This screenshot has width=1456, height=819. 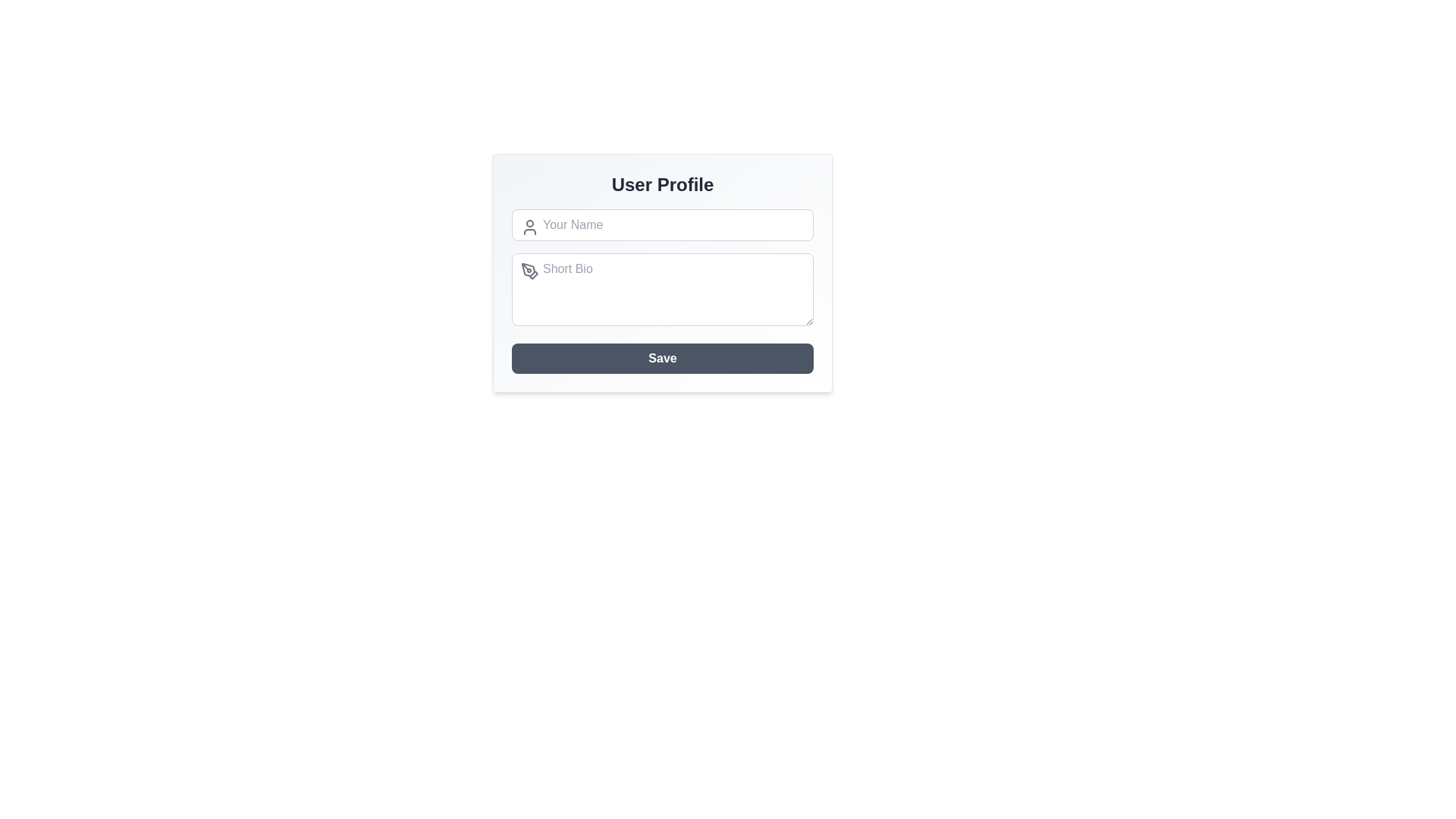 What do you see at coordinates (534, 275) in the screenshot?
I see `the SVG icon located to the left of the placeholder text in the 'Short Bio' input field, which visually associates the input field with its purpose` at bounding box center [534, 275].